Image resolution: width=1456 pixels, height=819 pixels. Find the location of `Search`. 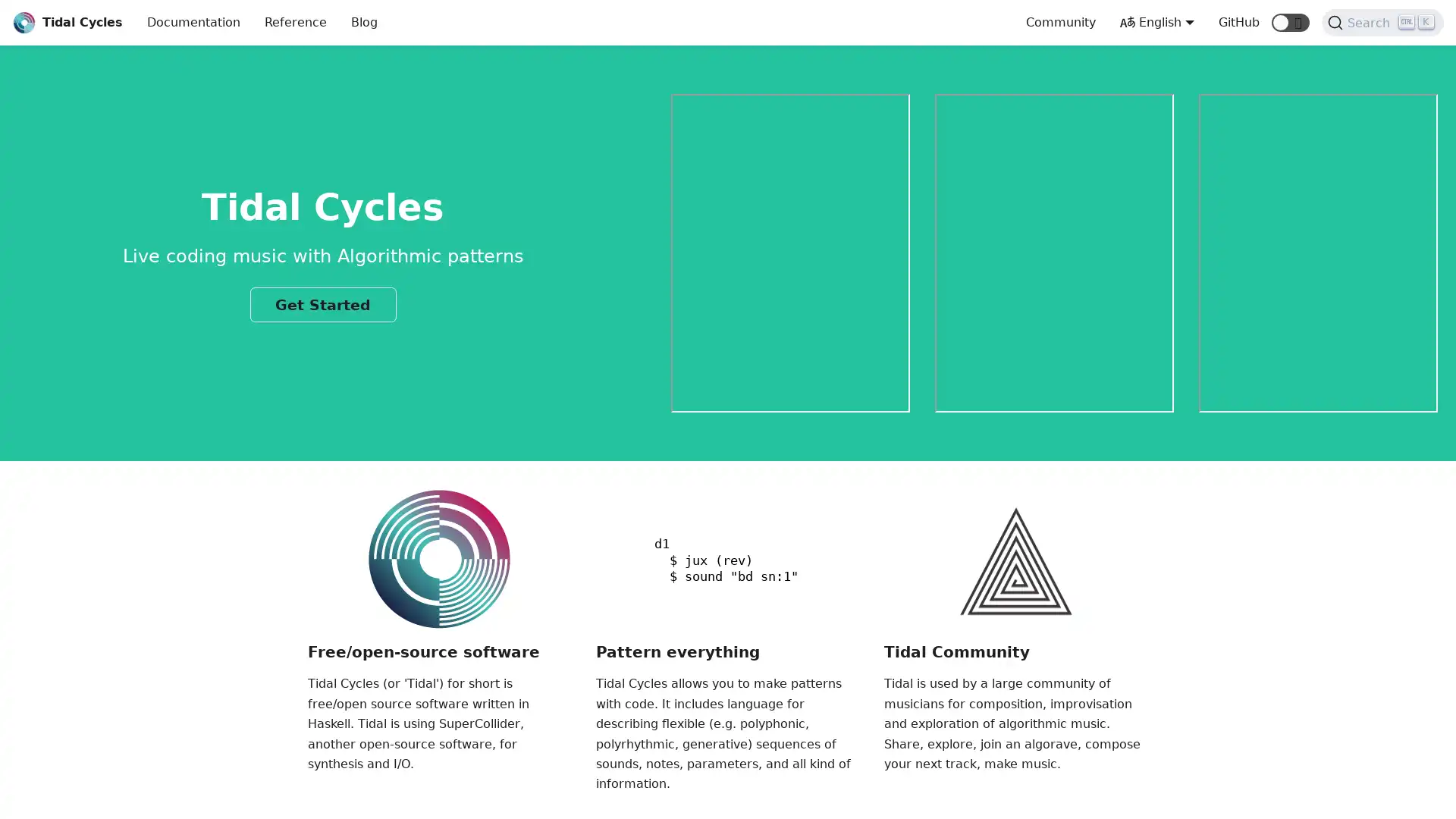

Search is located at coordinates (1382, 23).